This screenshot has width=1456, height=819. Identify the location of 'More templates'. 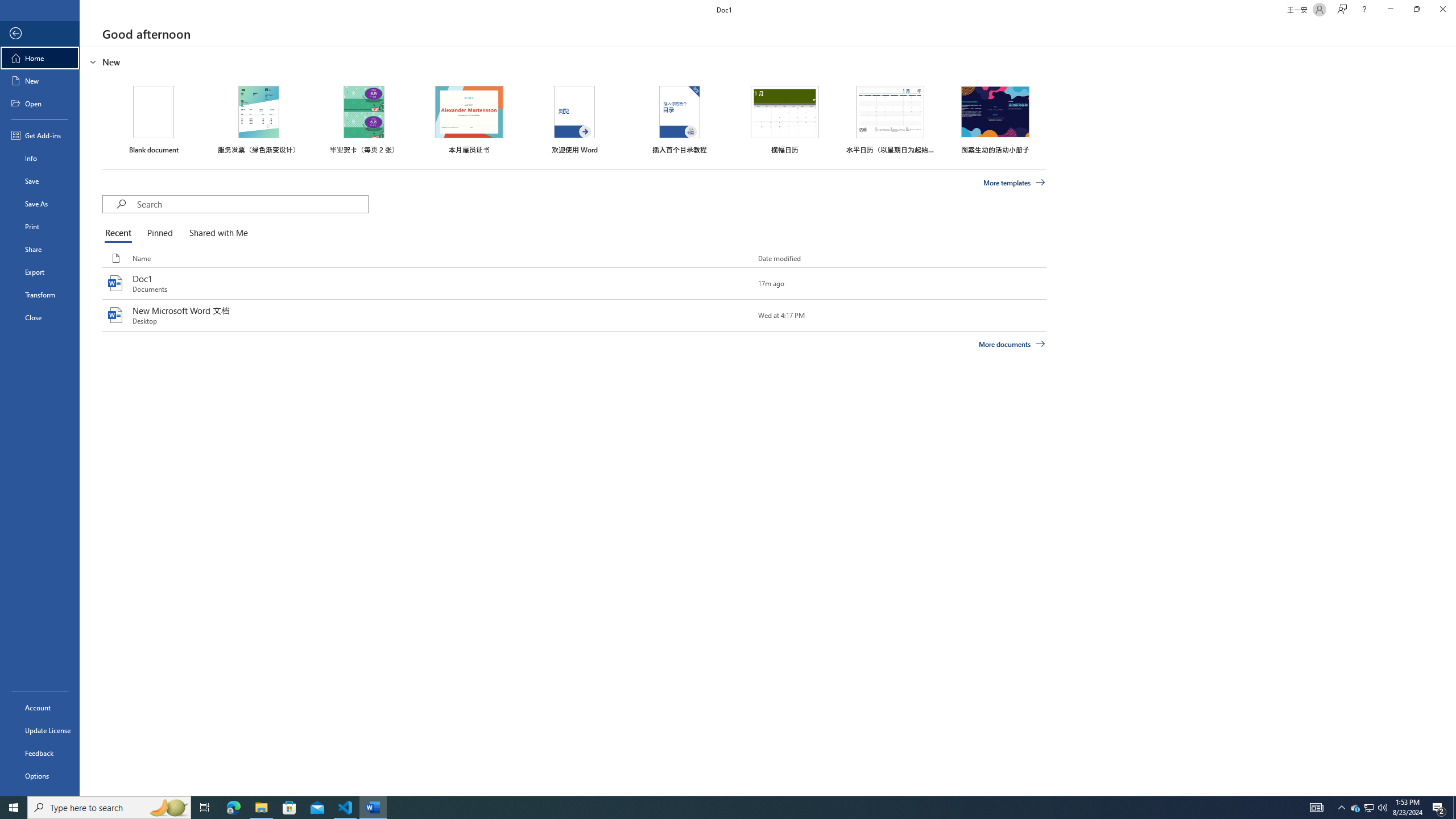
(1015, 183).